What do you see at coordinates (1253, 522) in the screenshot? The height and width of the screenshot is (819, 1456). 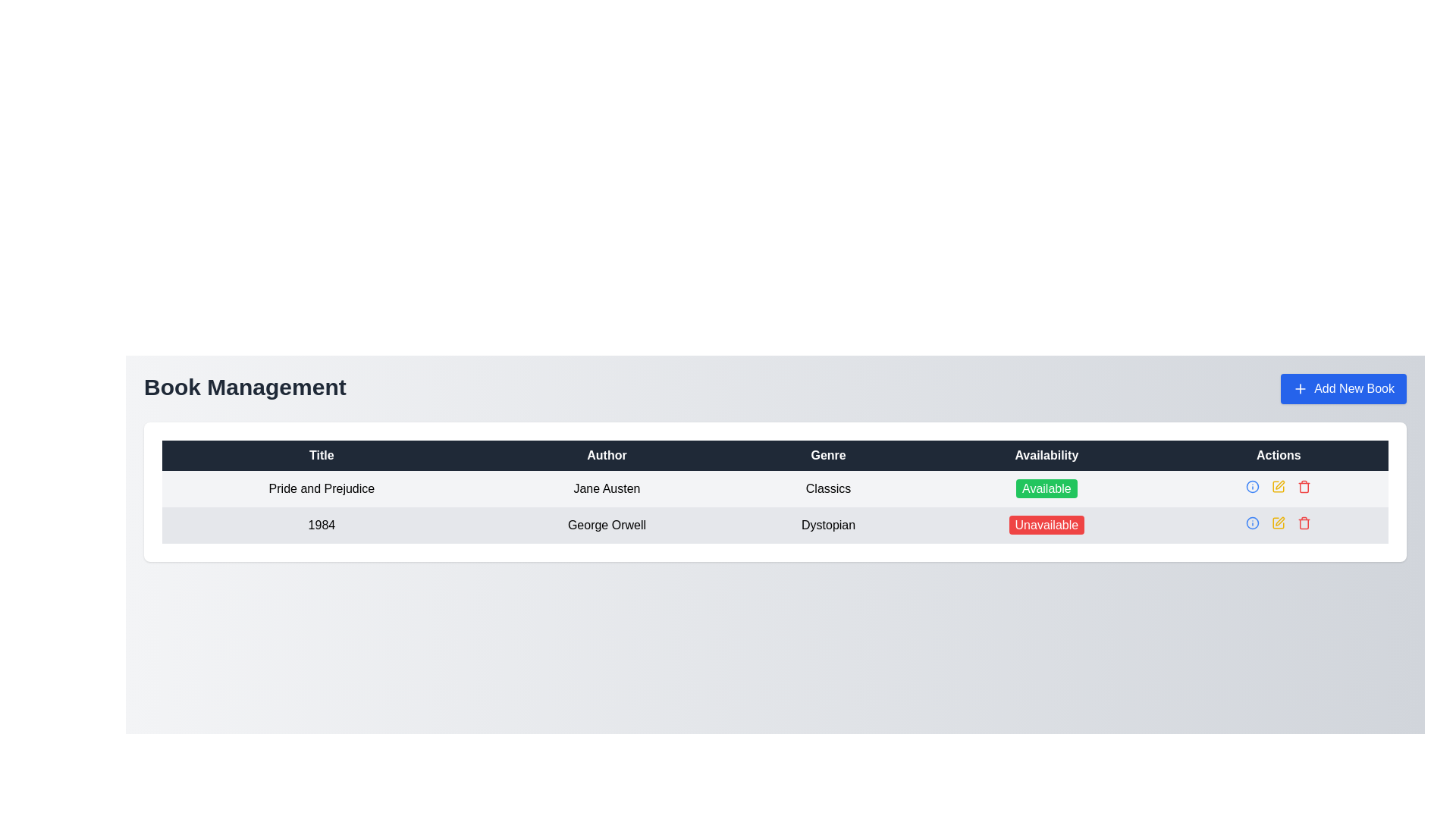 I see `the blue circular outline of the 'info' icon located in the 'Actions' column of the second row for the entry '1984' by George Orwell` at bounding box center [1253, 522].